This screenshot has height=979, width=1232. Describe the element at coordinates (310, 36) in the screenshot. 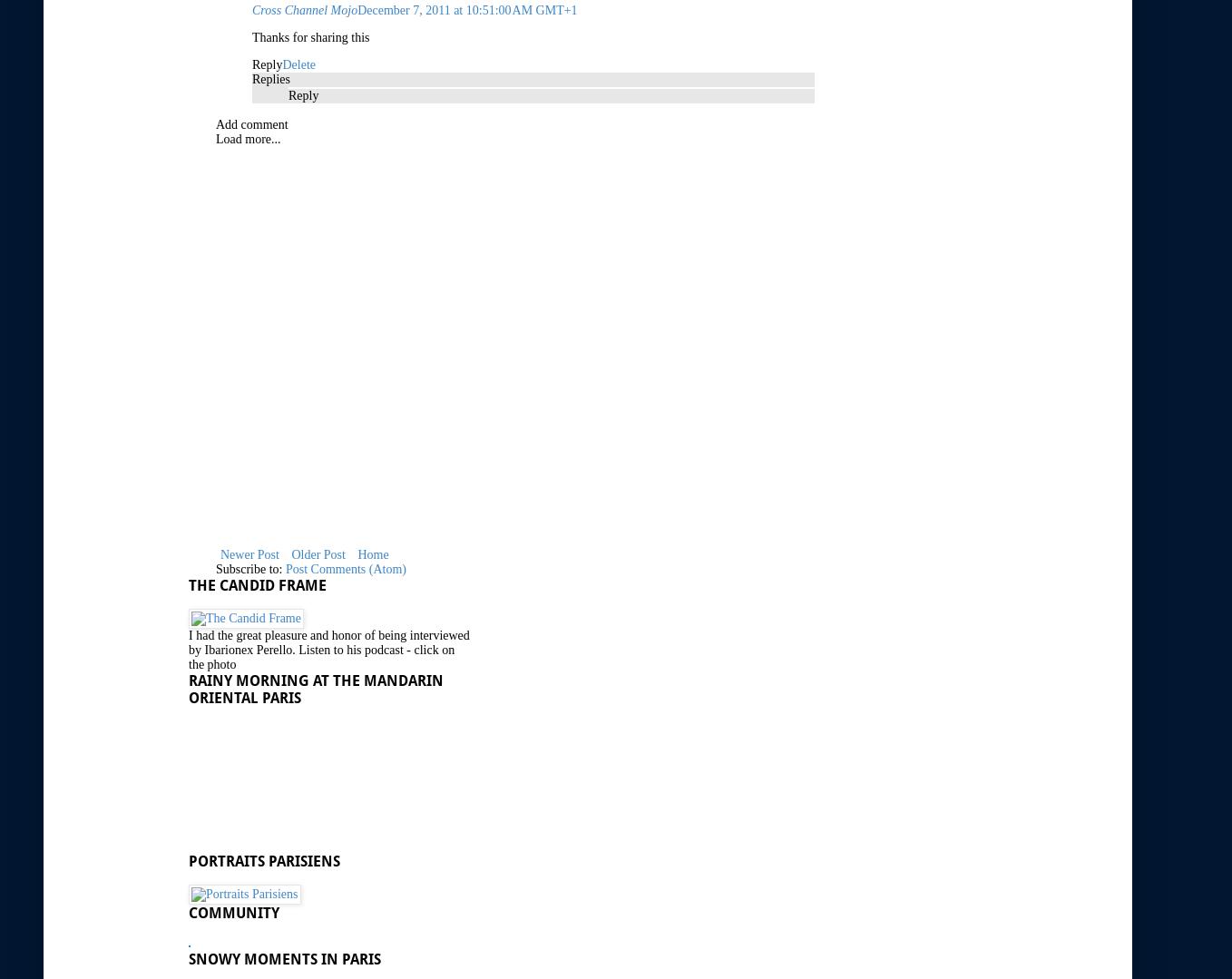

I see `'Thanks for sharing this'` at that location.